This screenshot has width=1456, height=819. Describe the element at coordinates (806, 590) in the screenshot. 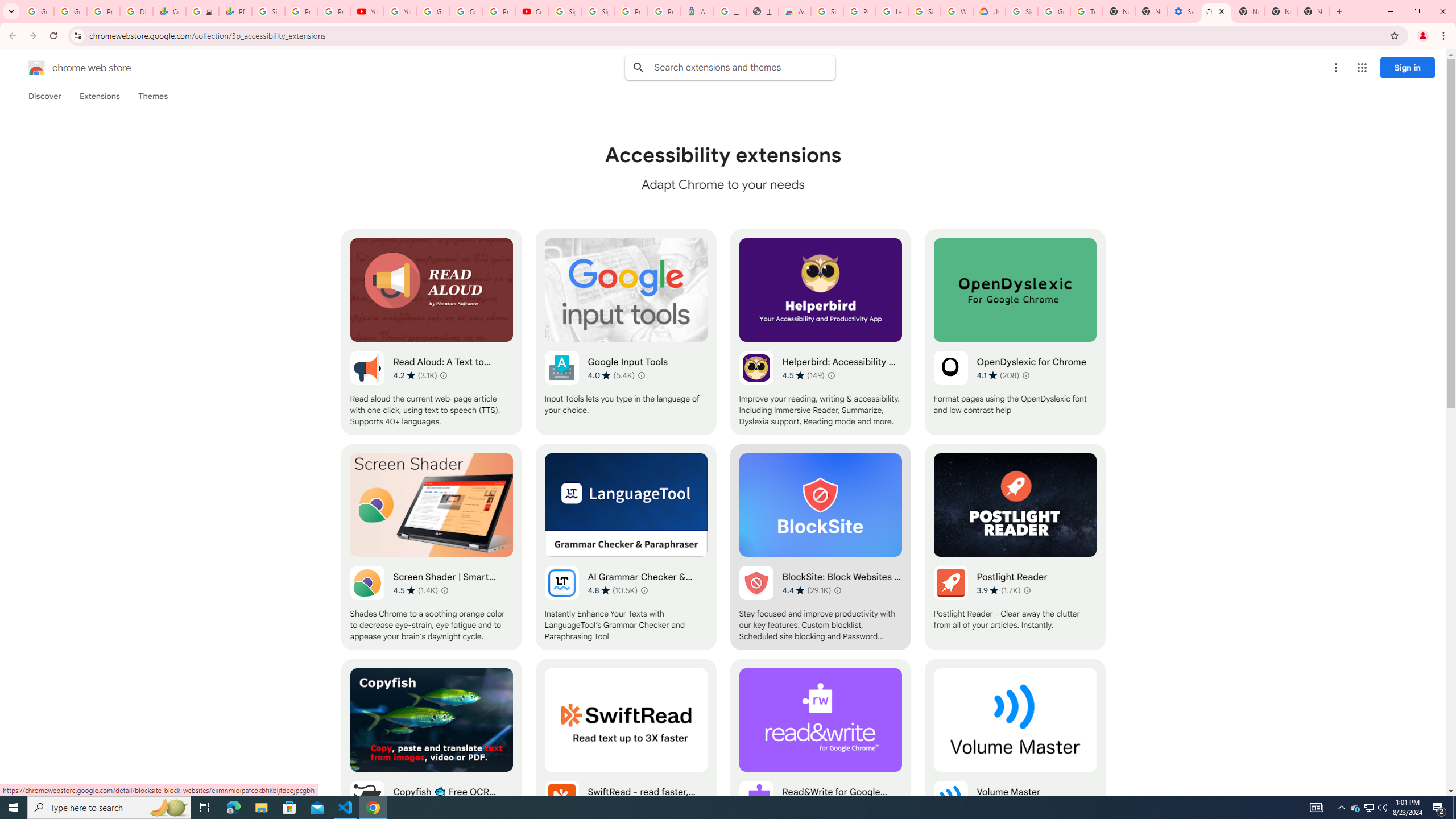

I see `'Average rating 4.4 out of 5 stars. 29.1K ratings.'` at that location.